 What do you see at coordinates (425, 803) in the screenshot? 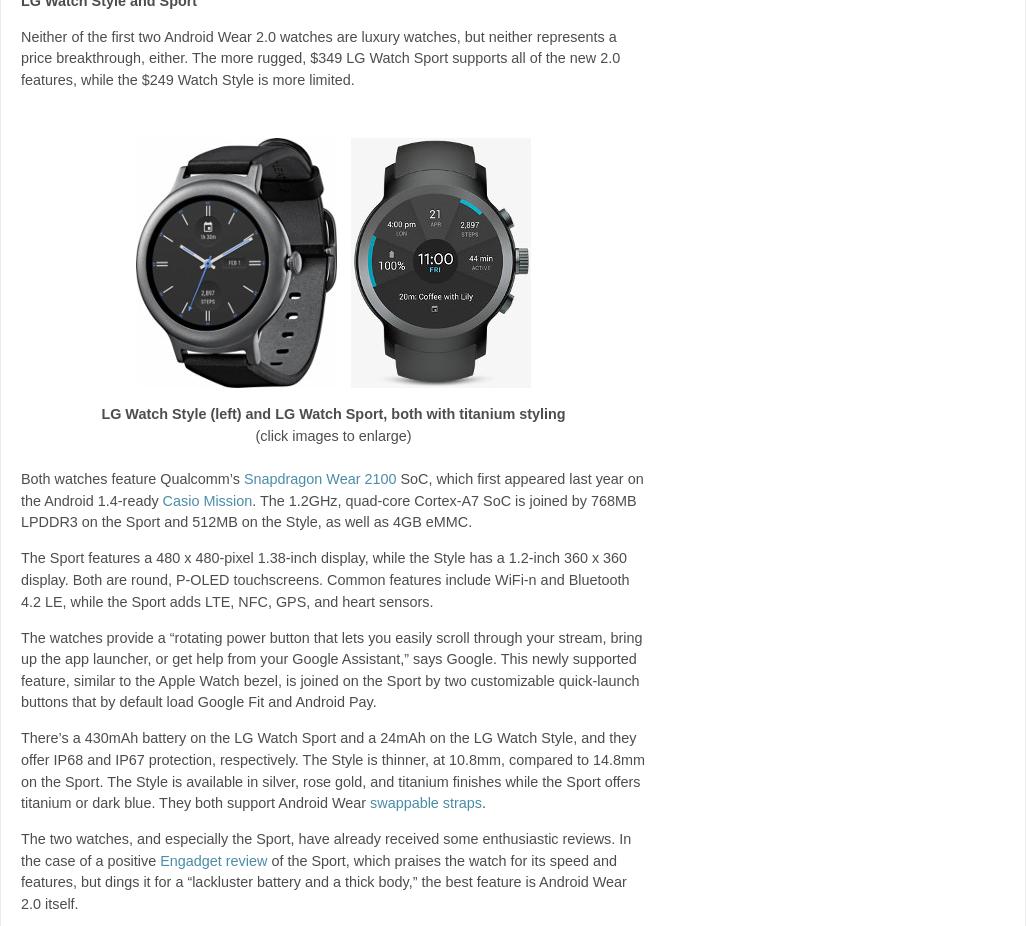
I see `'swappable straps'` at bounding box center [425, 803].